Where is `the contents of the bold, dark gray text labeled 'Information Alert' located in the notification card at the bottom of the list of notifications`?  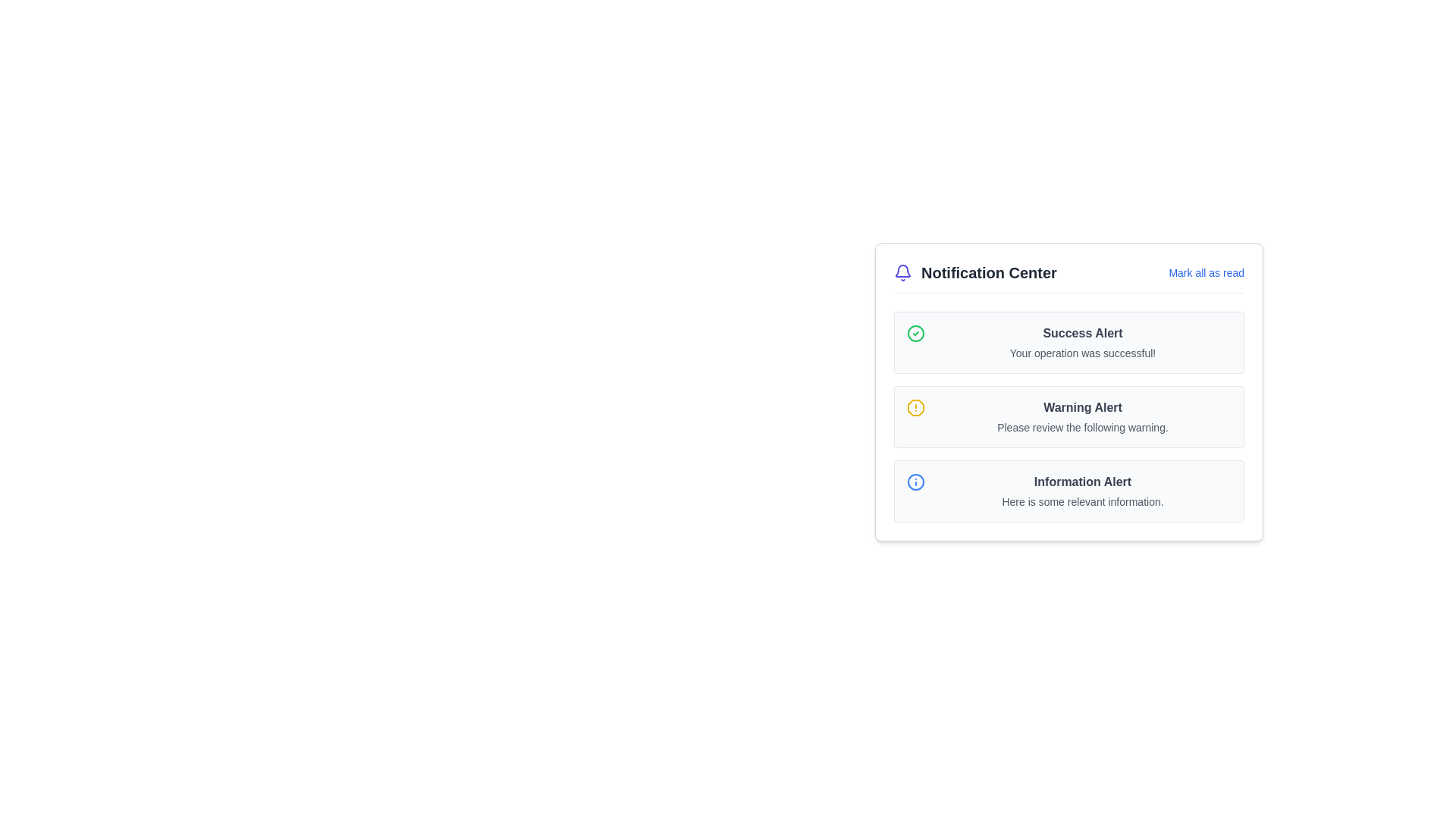
the contents of the bold, dark gray text labeled 'Information Alert' located in the notification card at the bottom of the list of notifications is located at coordinates (1082, 482).